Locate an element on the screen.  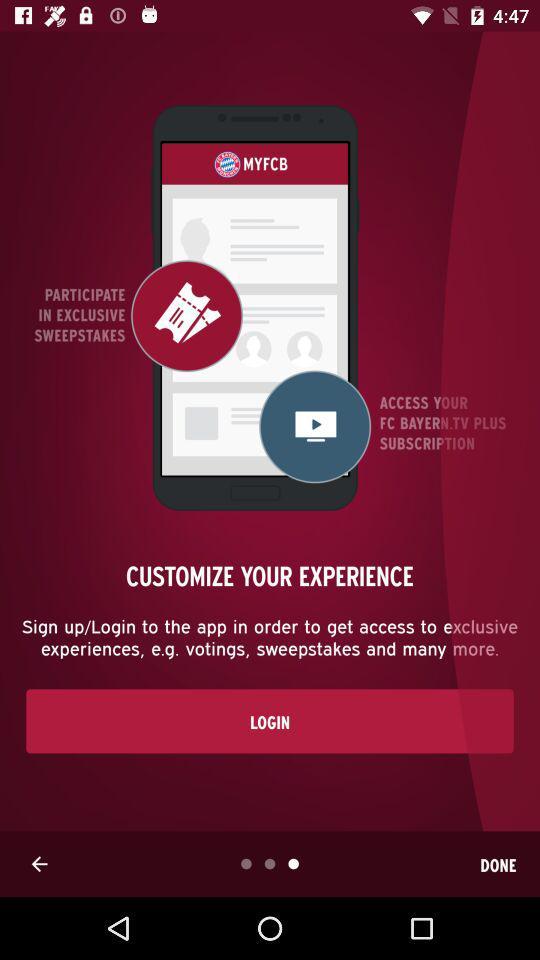
item below the login is located at coordinates (497, 863).